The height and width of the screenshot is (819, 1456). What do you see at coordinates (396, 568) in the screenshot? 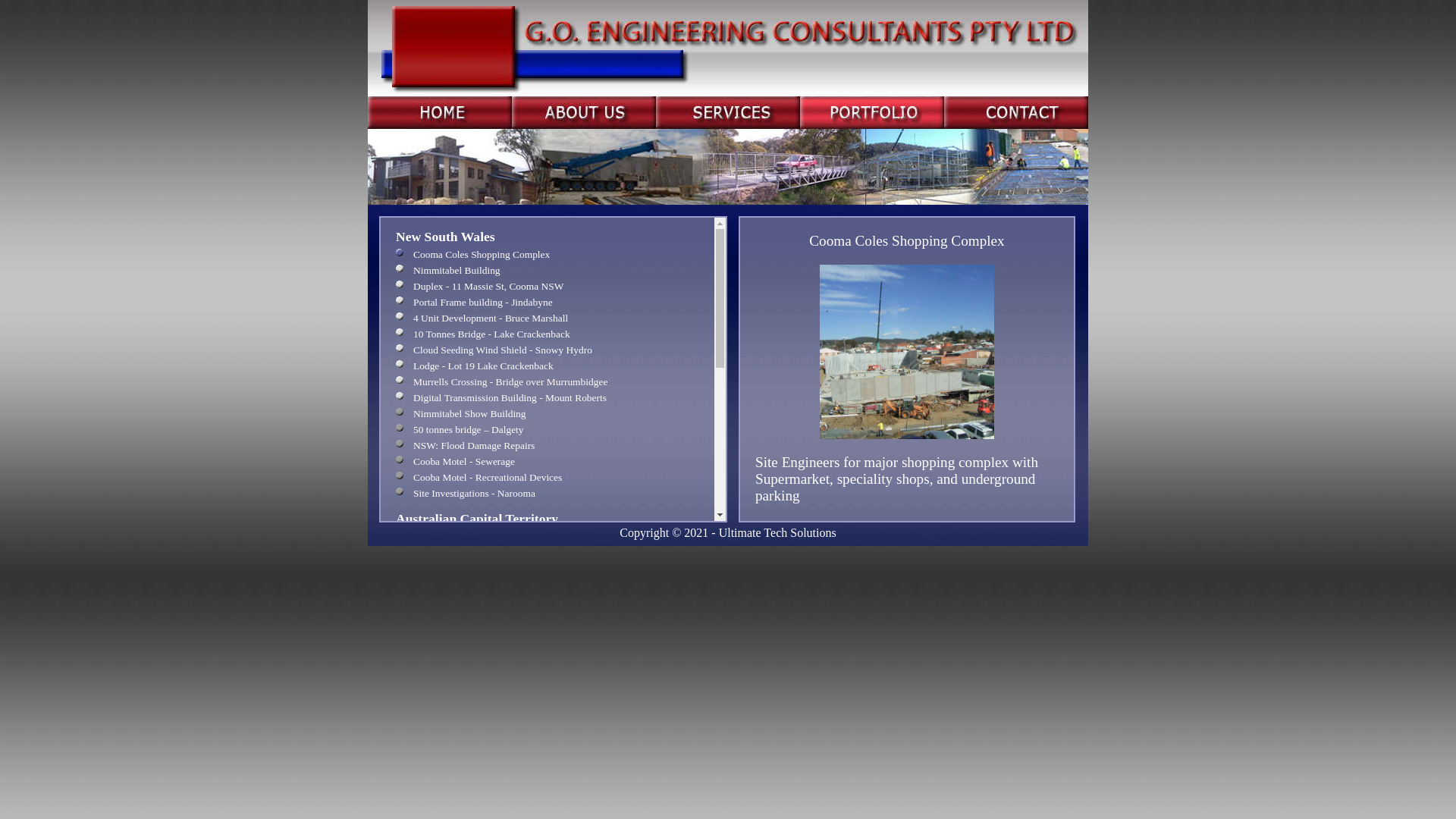
I see `'Institution Garbage Storage Facilities'` at bounding box center [396, 568].